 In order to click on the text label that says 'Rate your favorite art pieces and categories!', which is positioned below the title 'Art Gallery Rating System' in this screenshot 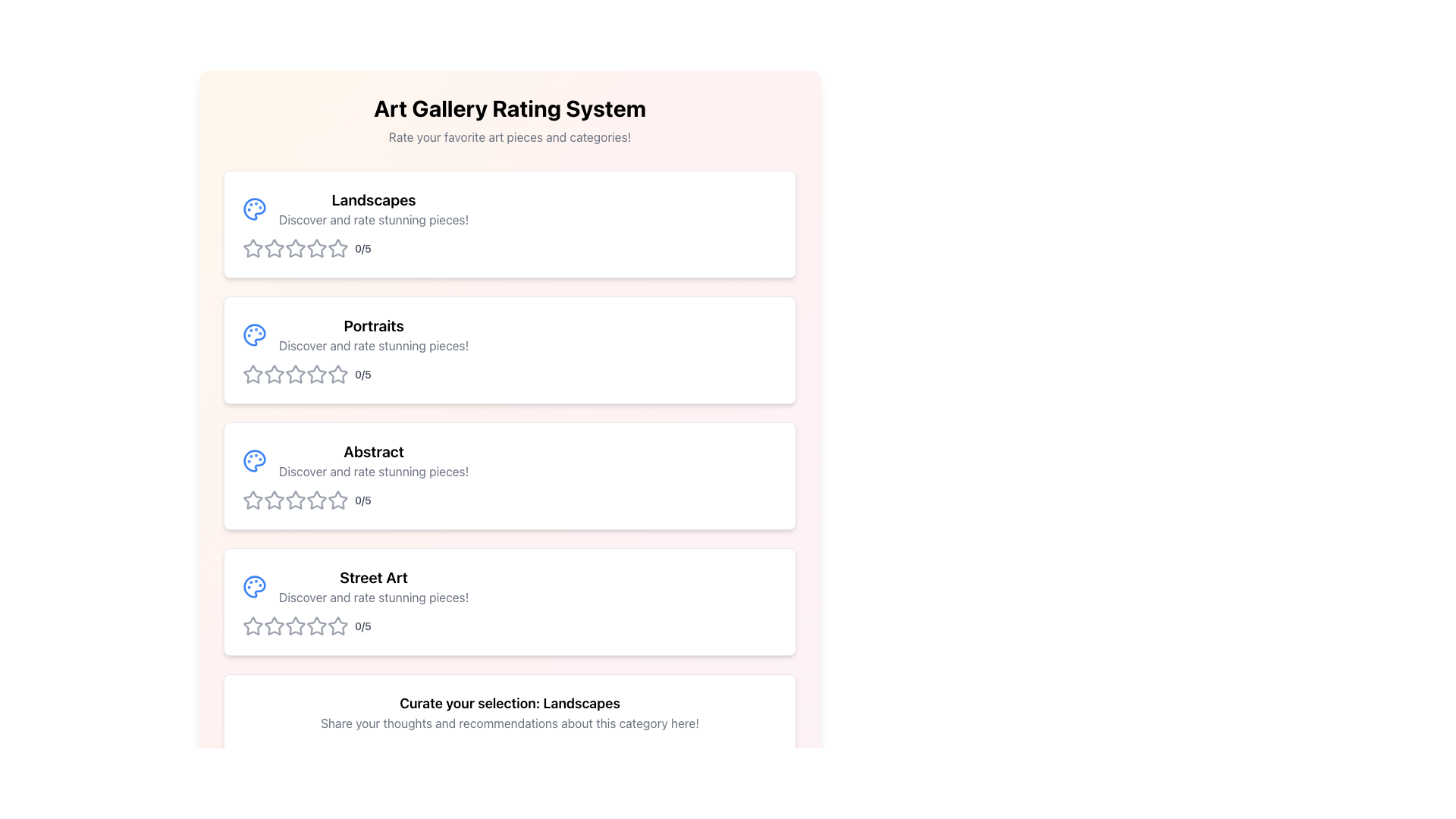, I will do `click(510, 137)`.